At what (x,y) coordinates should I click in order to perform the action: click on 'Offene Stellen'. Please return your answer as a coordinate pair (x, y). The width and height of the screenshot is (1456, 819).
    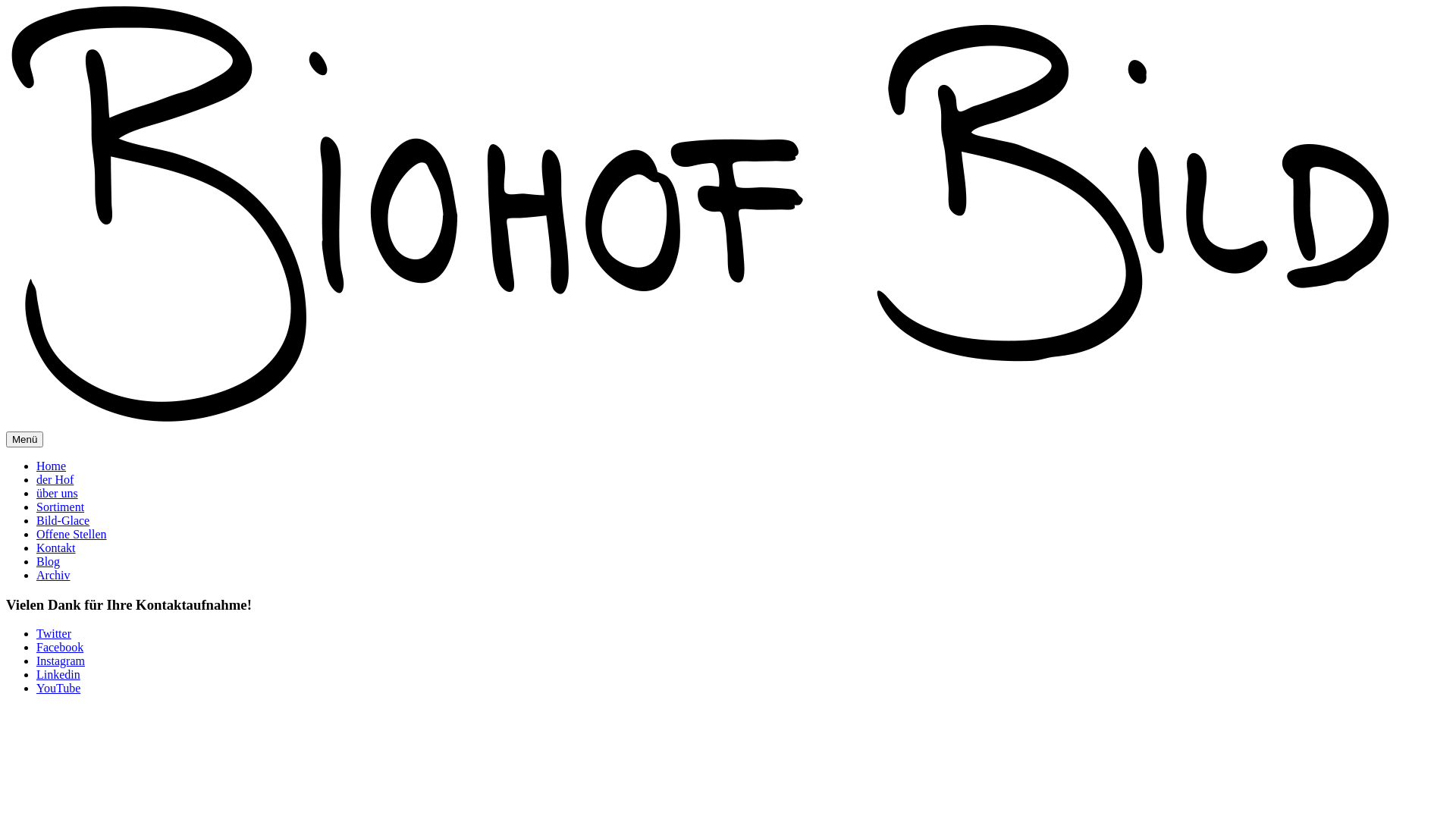
    Looking at the image, I should click on (71, 533).